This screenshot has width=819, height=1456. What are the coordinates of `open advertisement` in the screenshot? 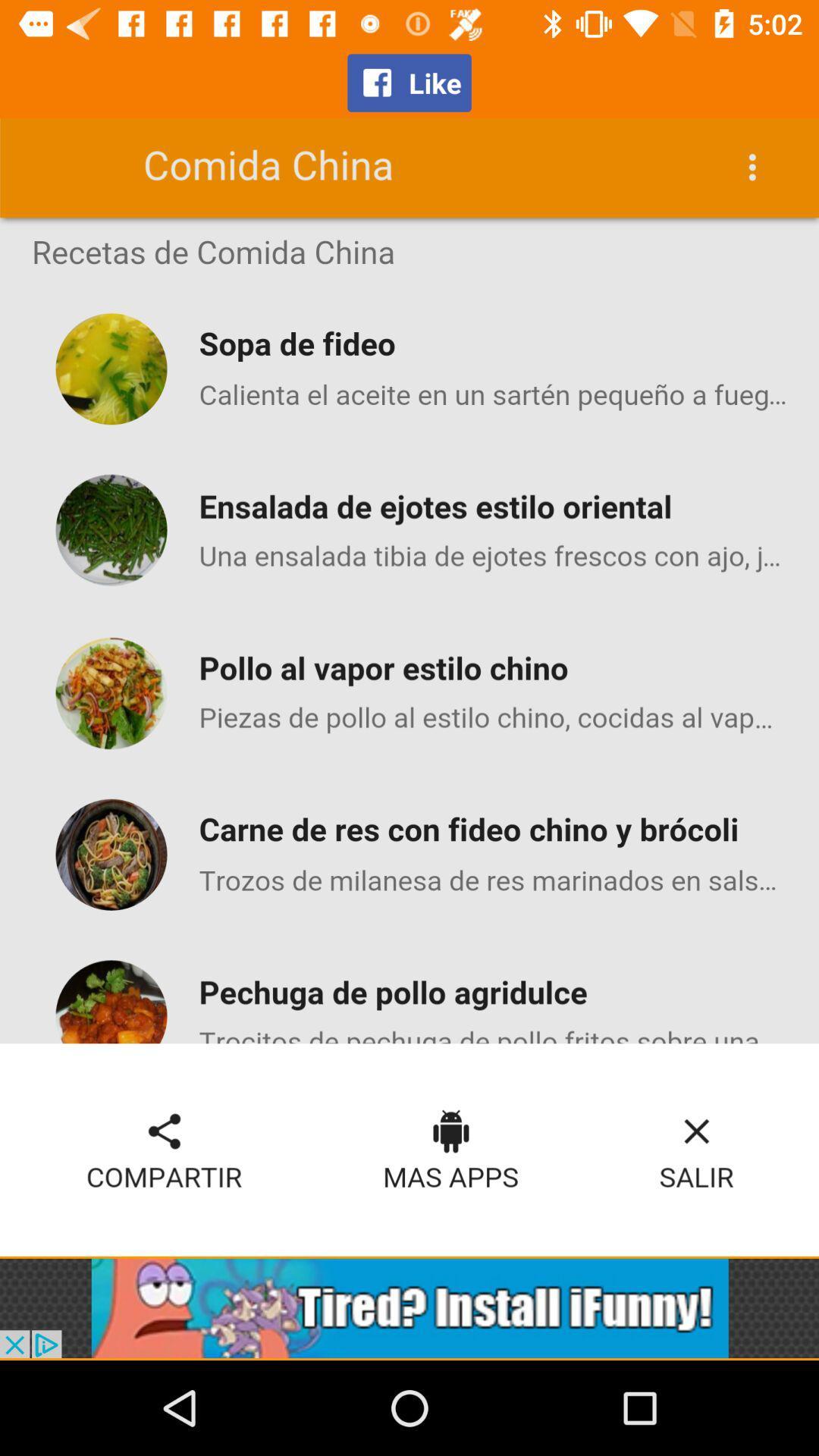 It's located at (409, 1307).